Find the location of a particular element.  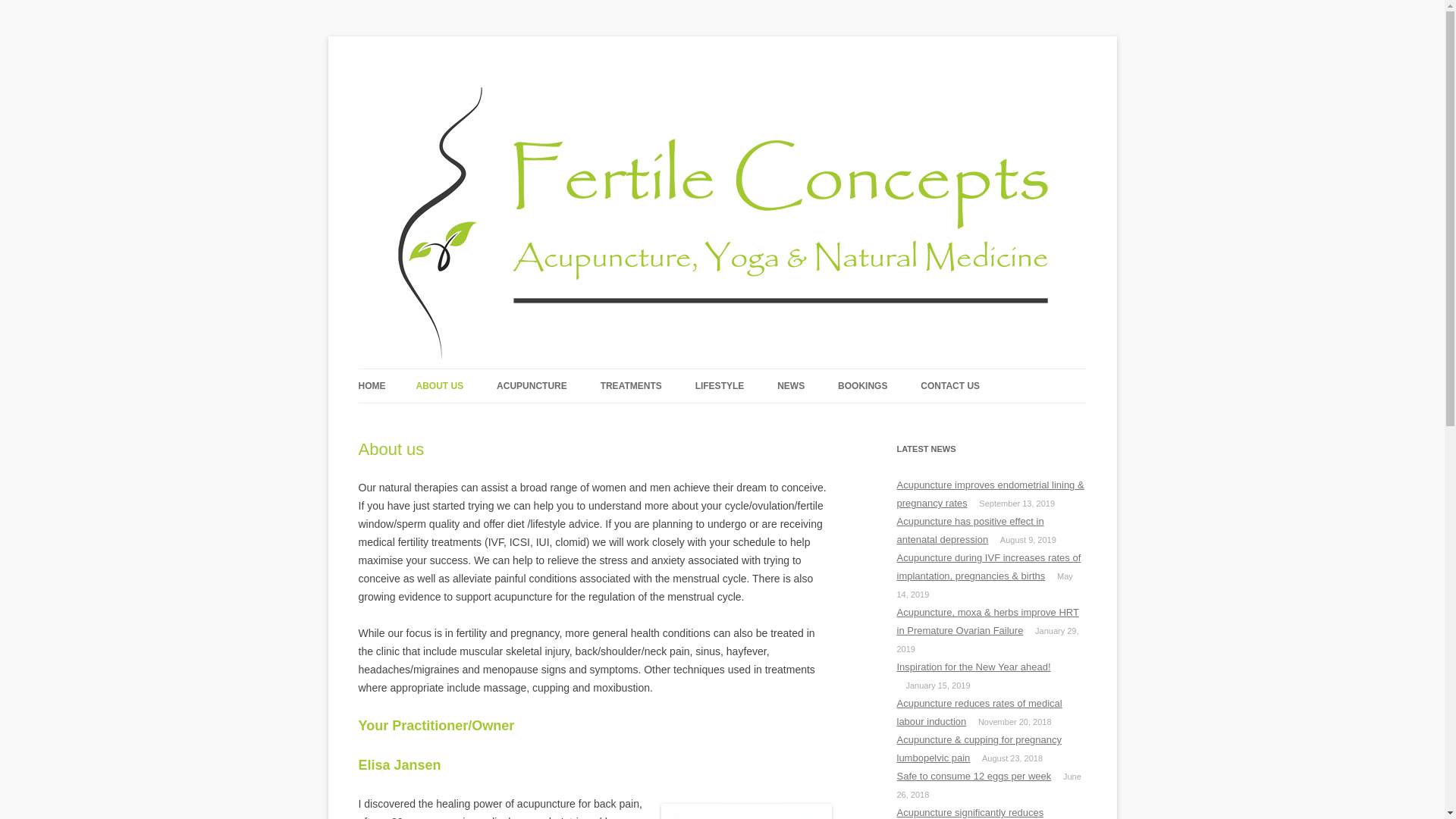

'HOME' is located at coordinates (371, 385).